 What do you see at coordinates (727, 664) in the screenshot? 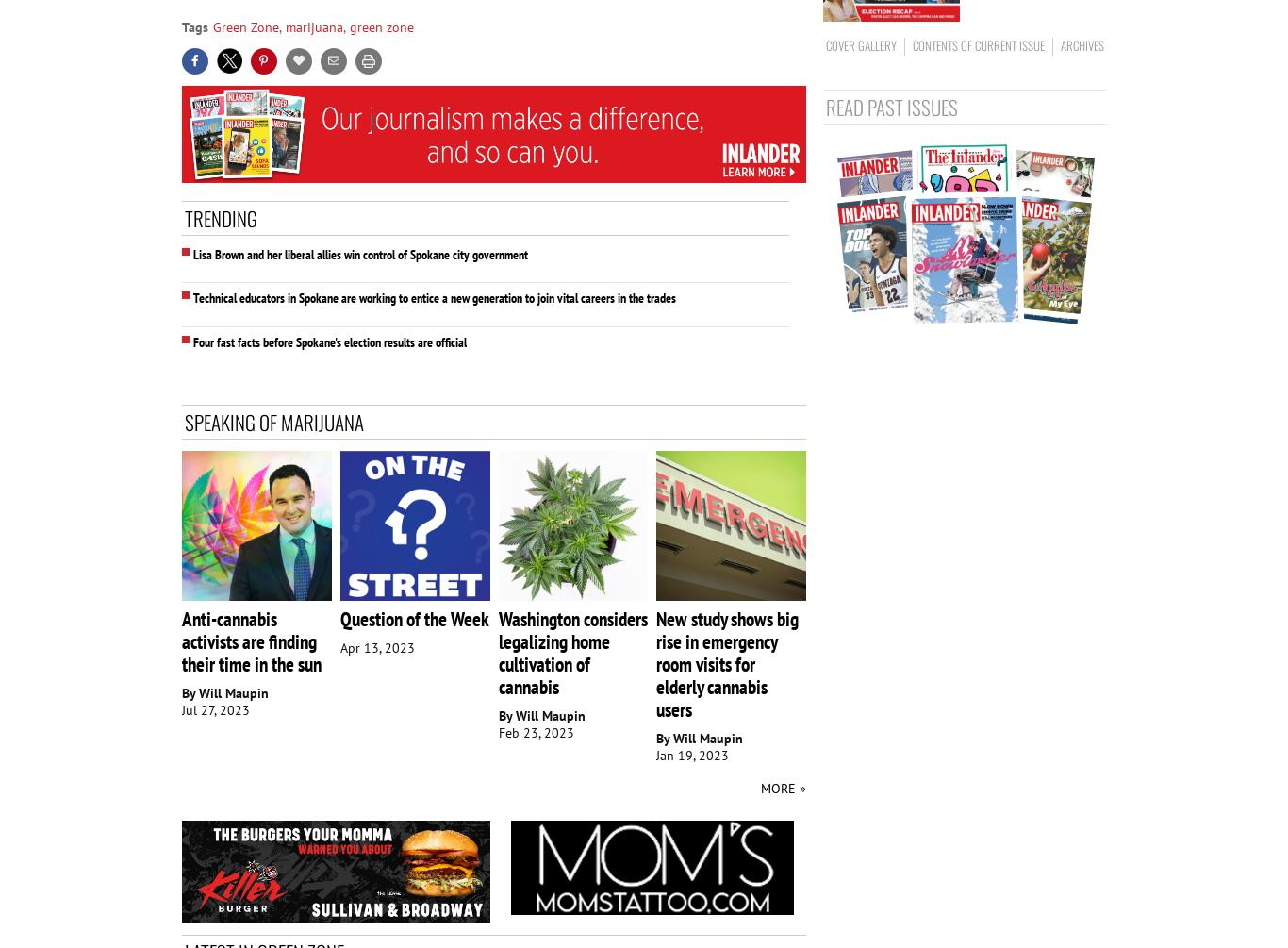
I see `'New study shows big rise in emergency room visits for elderly cannabis users'` at bounding box center [727, 664].